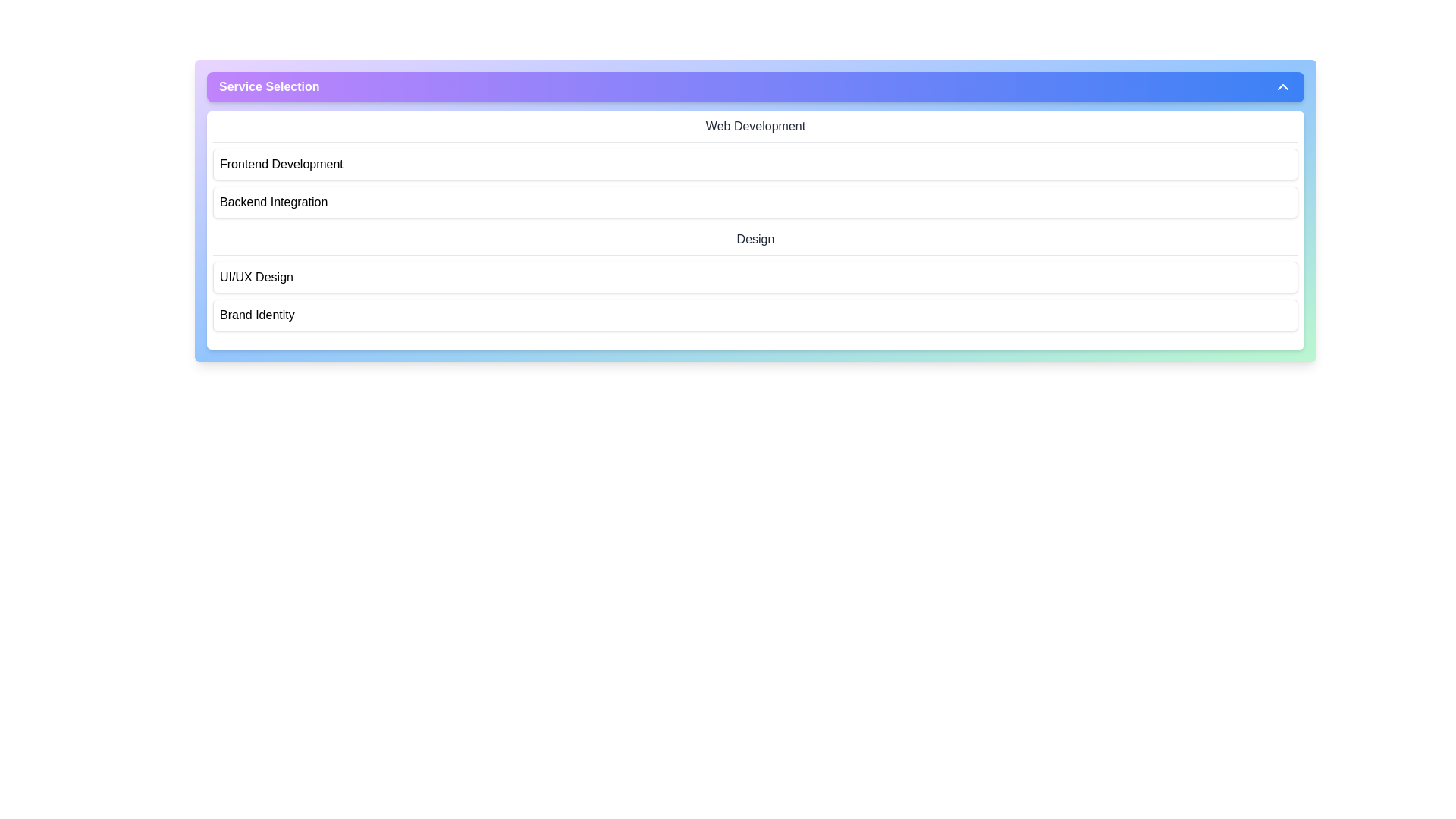 The width and height of the screenshot is (1456, 819). I want to click on the 'UI/UX Design' button, which is the first selectable item in the 'Design' group located beneath the 'Backend Integration' section, so click(755, 278).